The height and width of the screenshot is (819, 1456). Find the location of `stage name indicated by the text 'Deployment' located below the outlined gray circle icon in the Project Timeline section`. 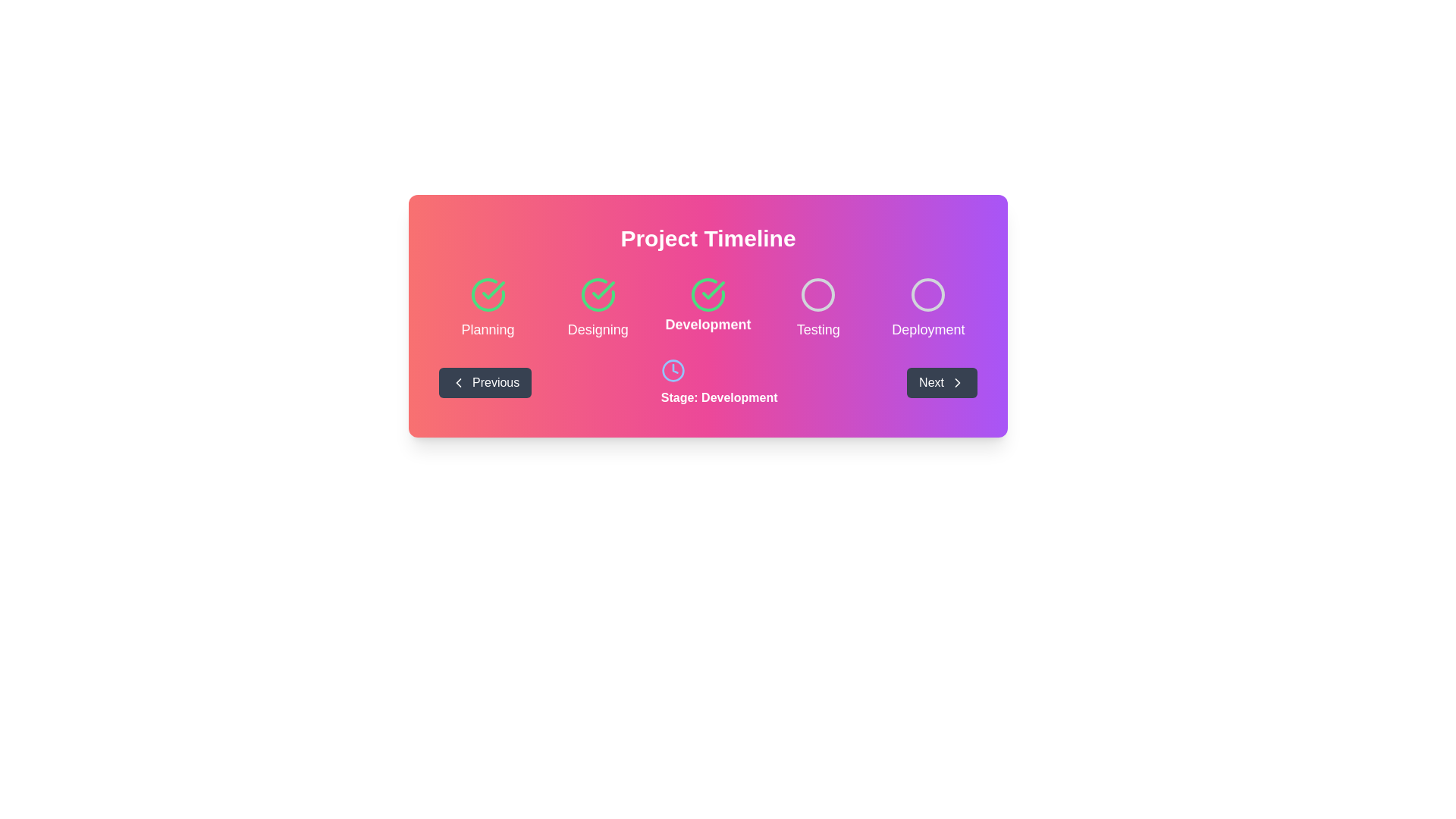

stage name indicated by the text 'Deployment' located below the outlined gray circle icon in the Project Timeline section is located at coordinates (927, 308).